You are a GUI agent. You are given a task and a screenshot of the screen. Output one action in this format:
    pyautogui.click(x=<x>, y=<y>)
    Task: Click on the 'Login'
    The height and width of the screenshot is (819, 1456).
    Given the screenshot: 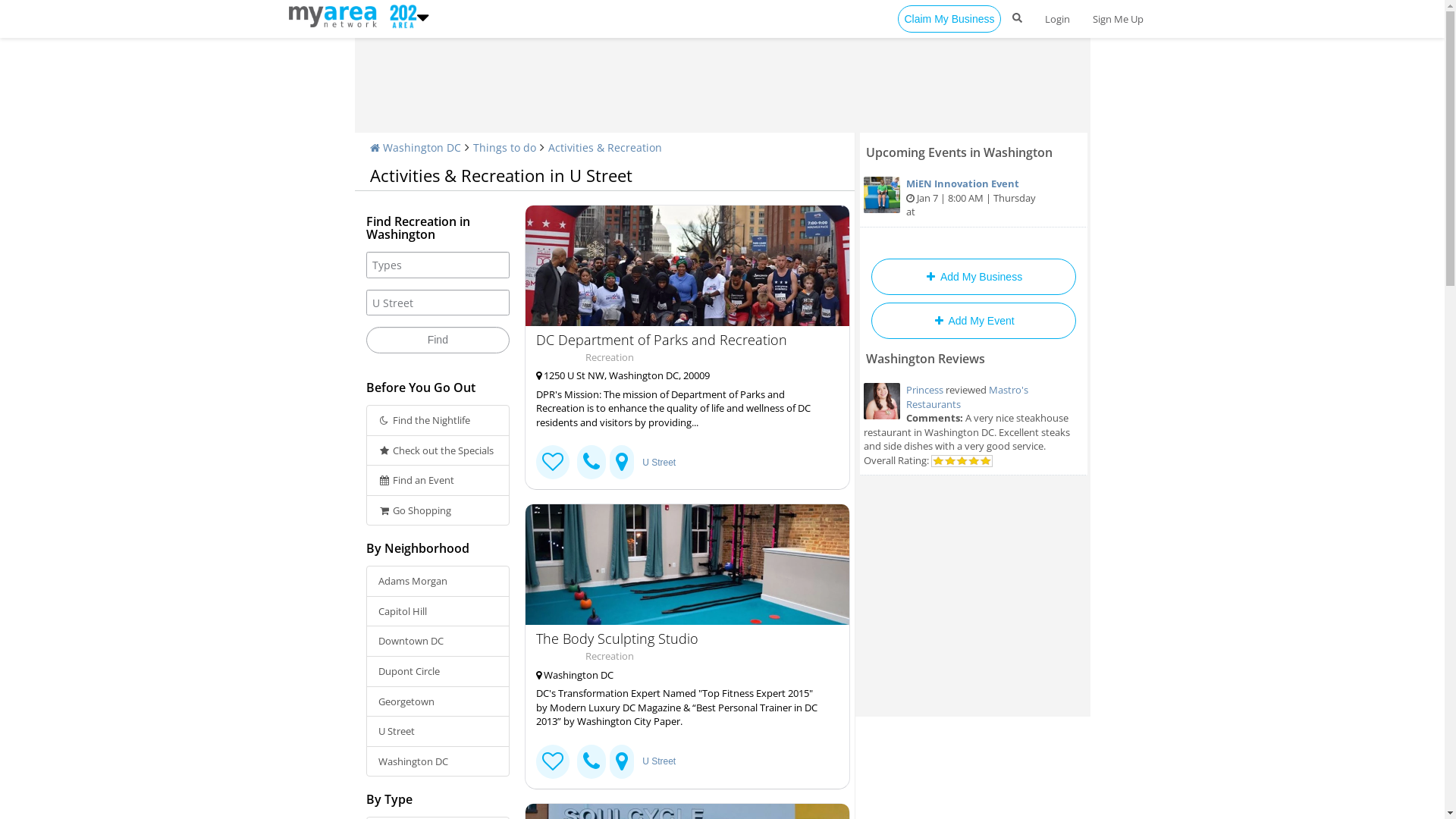 What is the action you would take?
    pyautogui.click(x=1056, y=18)
    